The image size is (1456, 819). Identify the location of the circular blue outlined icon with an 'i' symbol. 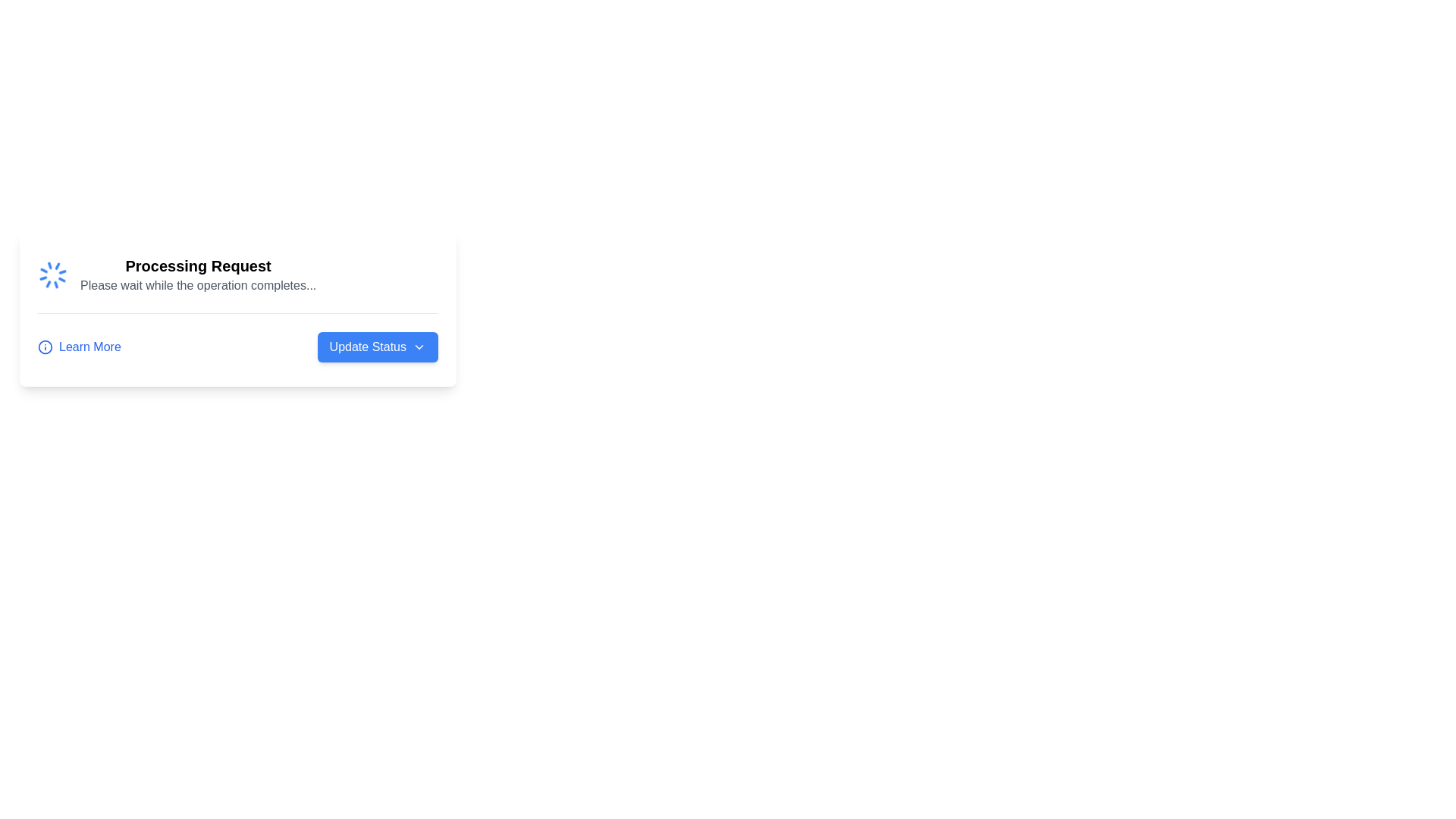
(45, 347).